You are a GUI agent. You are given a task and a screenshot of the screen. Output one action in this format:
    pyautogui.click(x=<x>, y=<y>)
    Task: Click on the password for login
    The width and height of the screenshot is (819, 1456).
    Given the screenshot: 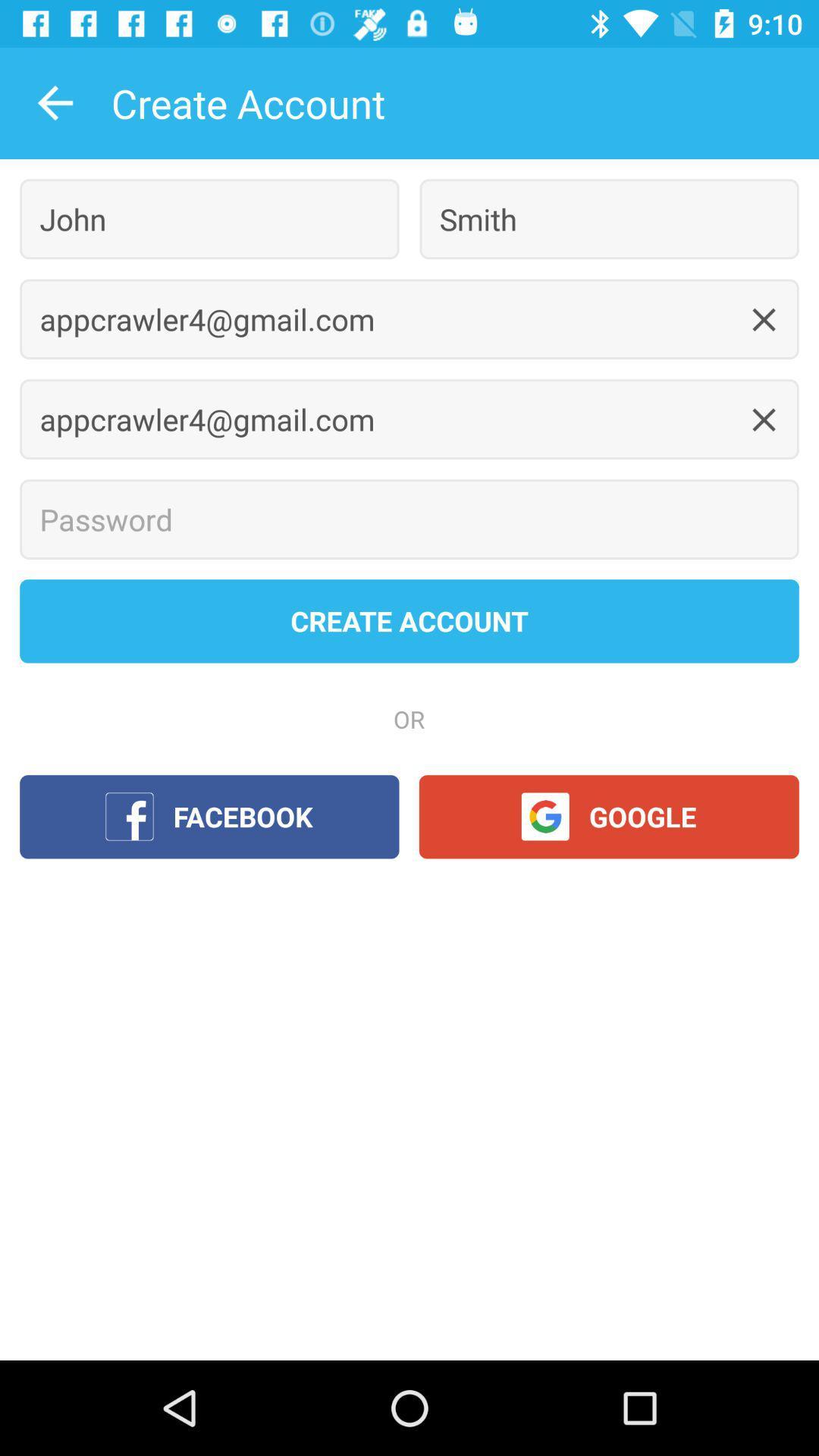 What is the action you would take?
    pyautogui.click(x=409, y=519)
    